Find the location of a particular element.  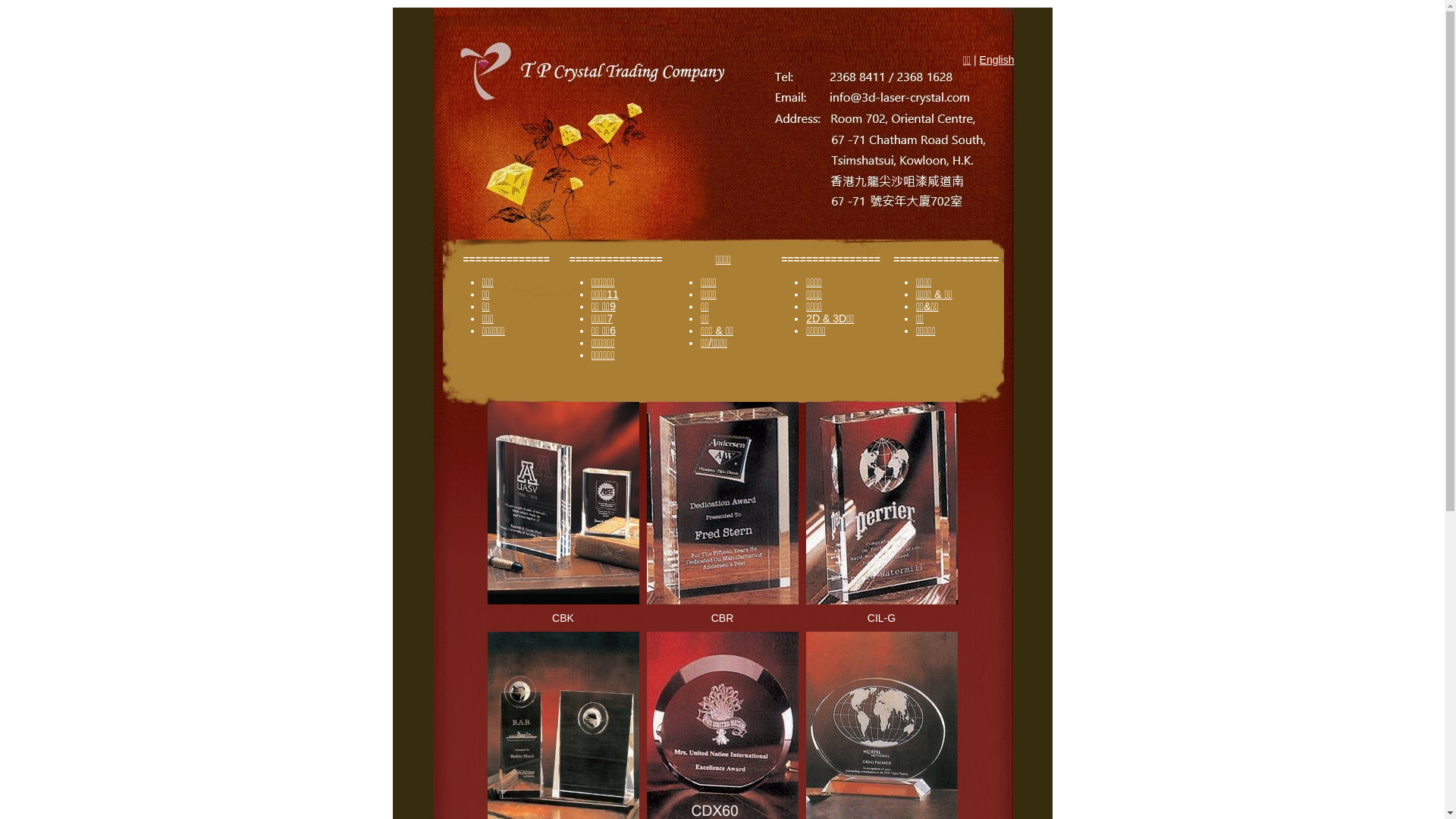

'English' is located at coordinates (997, 58).